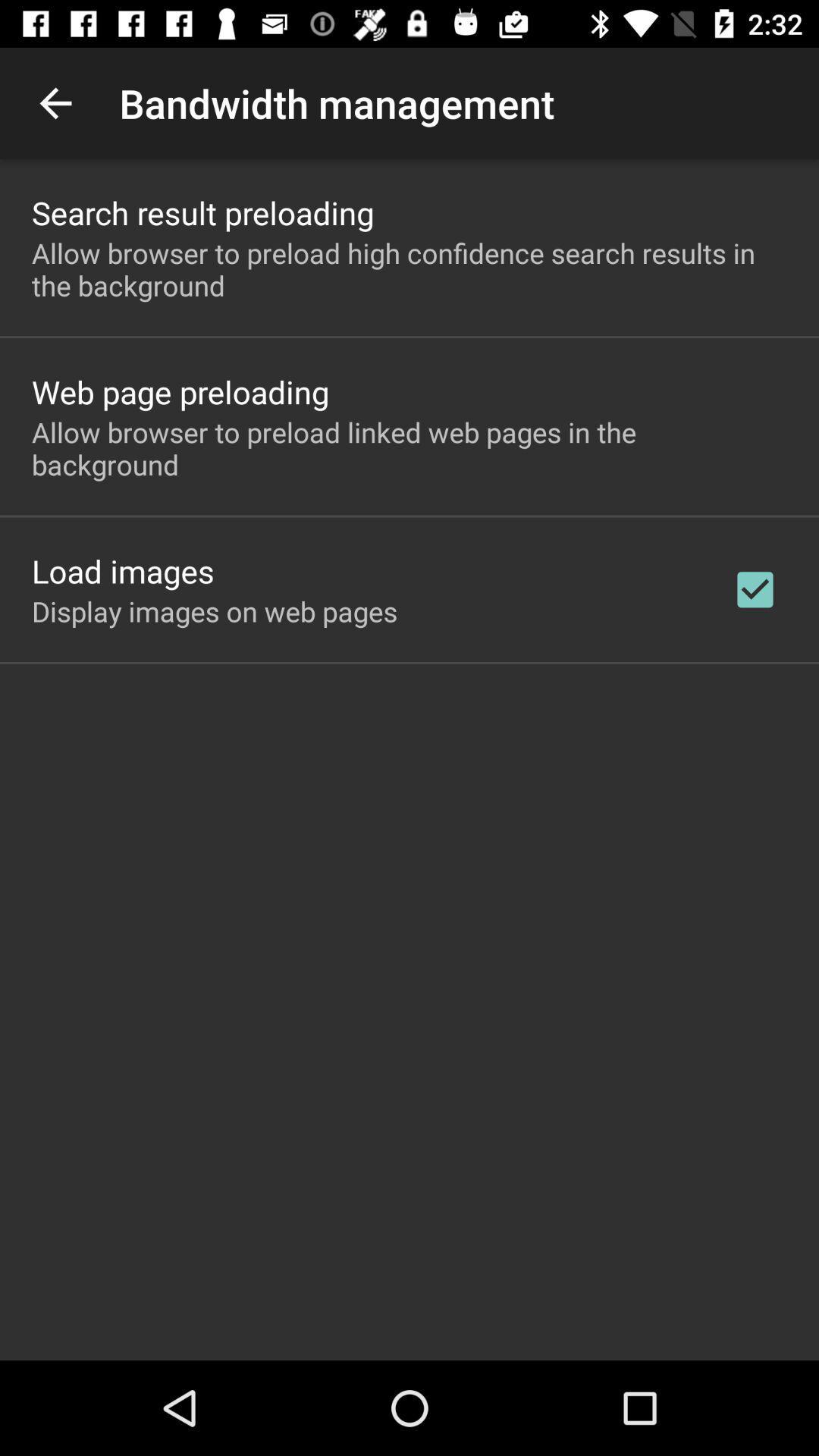 This screenshot has height=1456, width=819. I want to click on the app below the allow browser to, so click(180, 391).